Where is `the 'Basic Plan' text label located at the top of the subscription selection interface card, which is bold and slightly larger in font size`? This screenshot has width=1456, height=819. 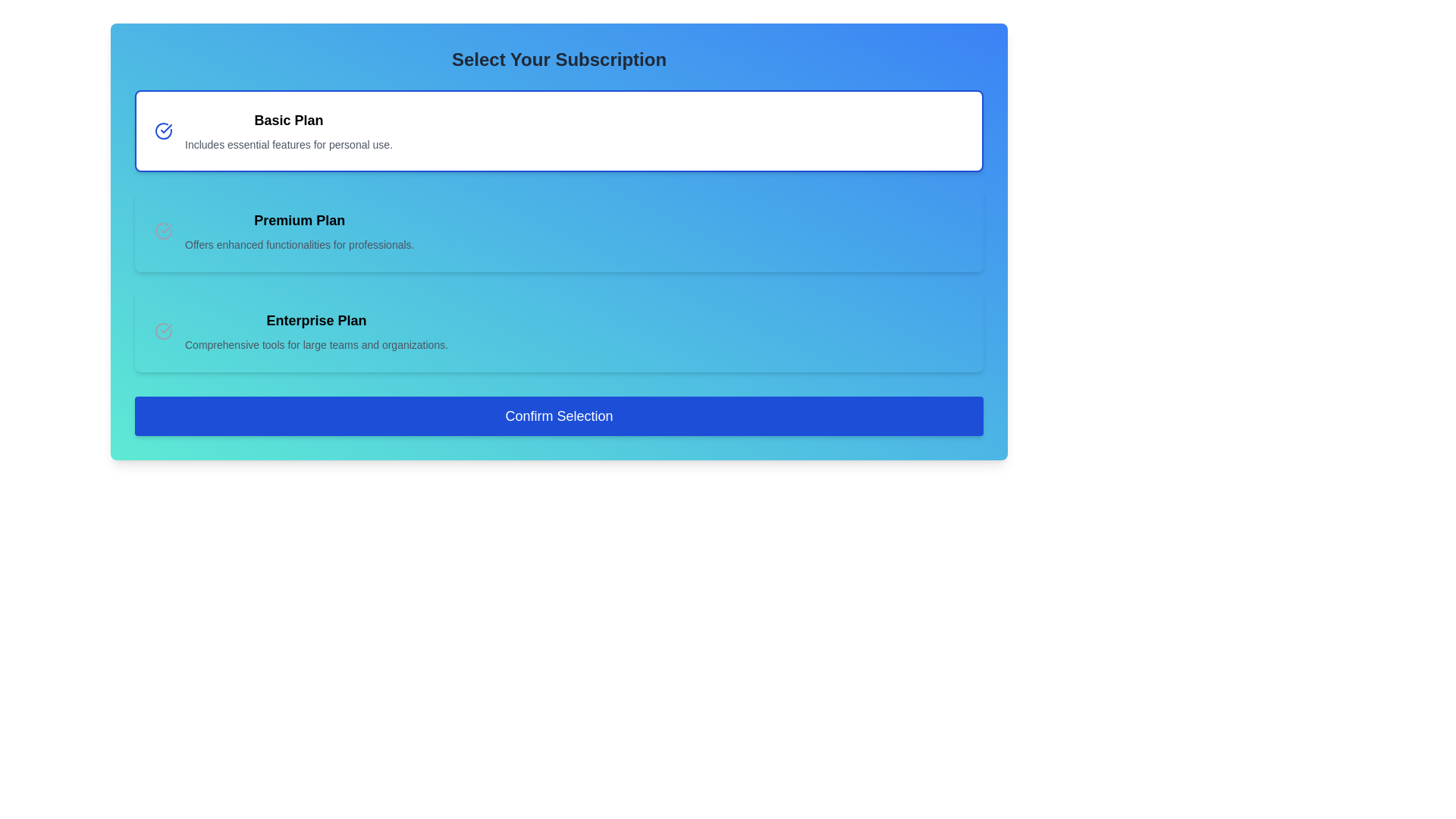
the 'Basic Plan' text label located at the top of the subscription selection interface card, which is bold and slightly larger in font size is located at coordinates (288, 119).